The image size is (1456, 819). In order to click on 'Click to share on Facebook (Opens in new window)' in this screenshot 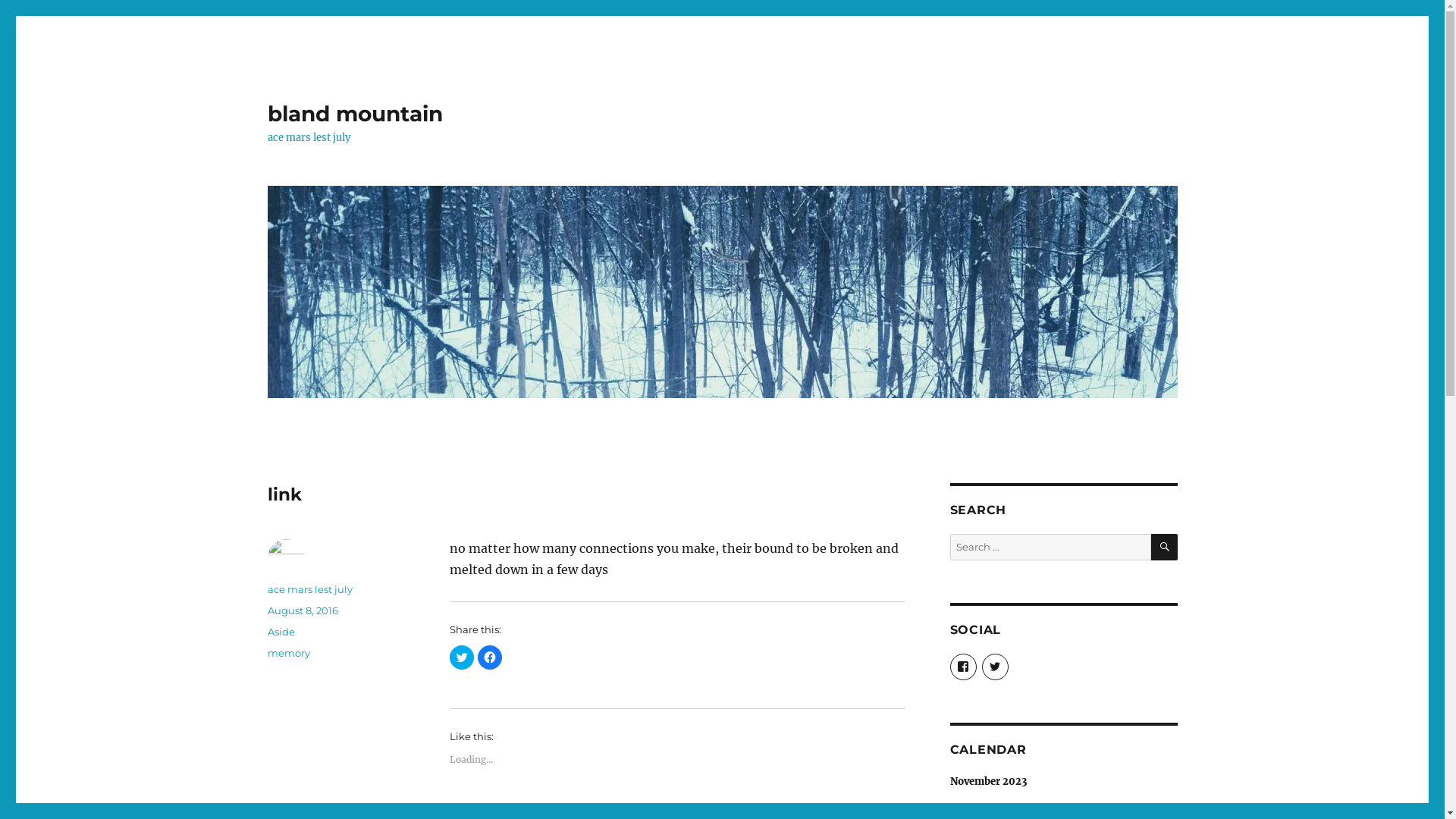, I will do `click(490, 657)`.